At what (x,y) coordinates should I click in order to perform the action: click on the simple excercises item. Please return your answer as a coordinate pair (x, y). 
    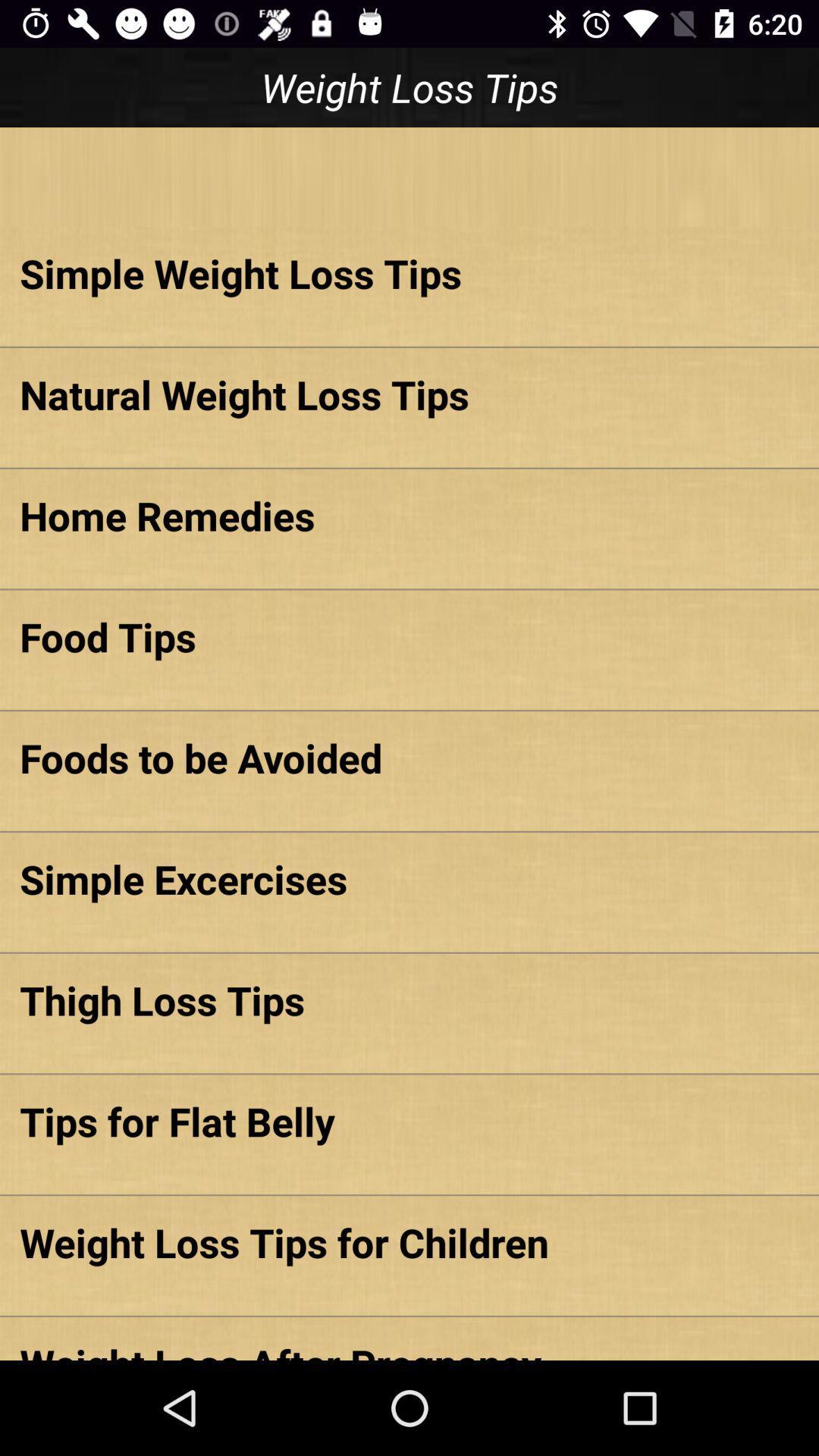
    Looking at the image, I should click on (409, 879).